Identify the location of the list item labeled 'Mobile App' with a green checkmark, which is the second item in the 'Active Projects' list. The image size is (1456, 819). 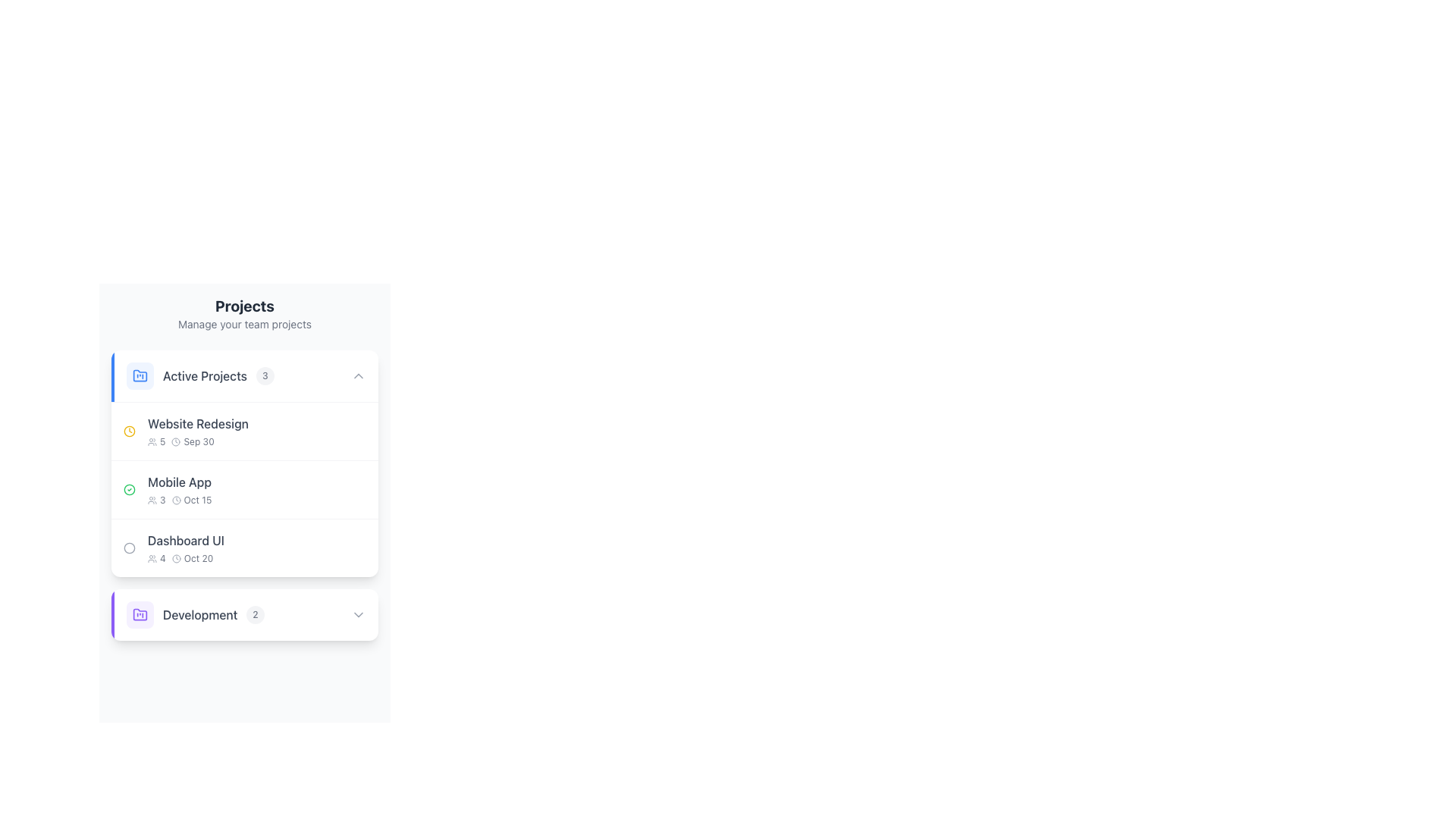
(244, 488).